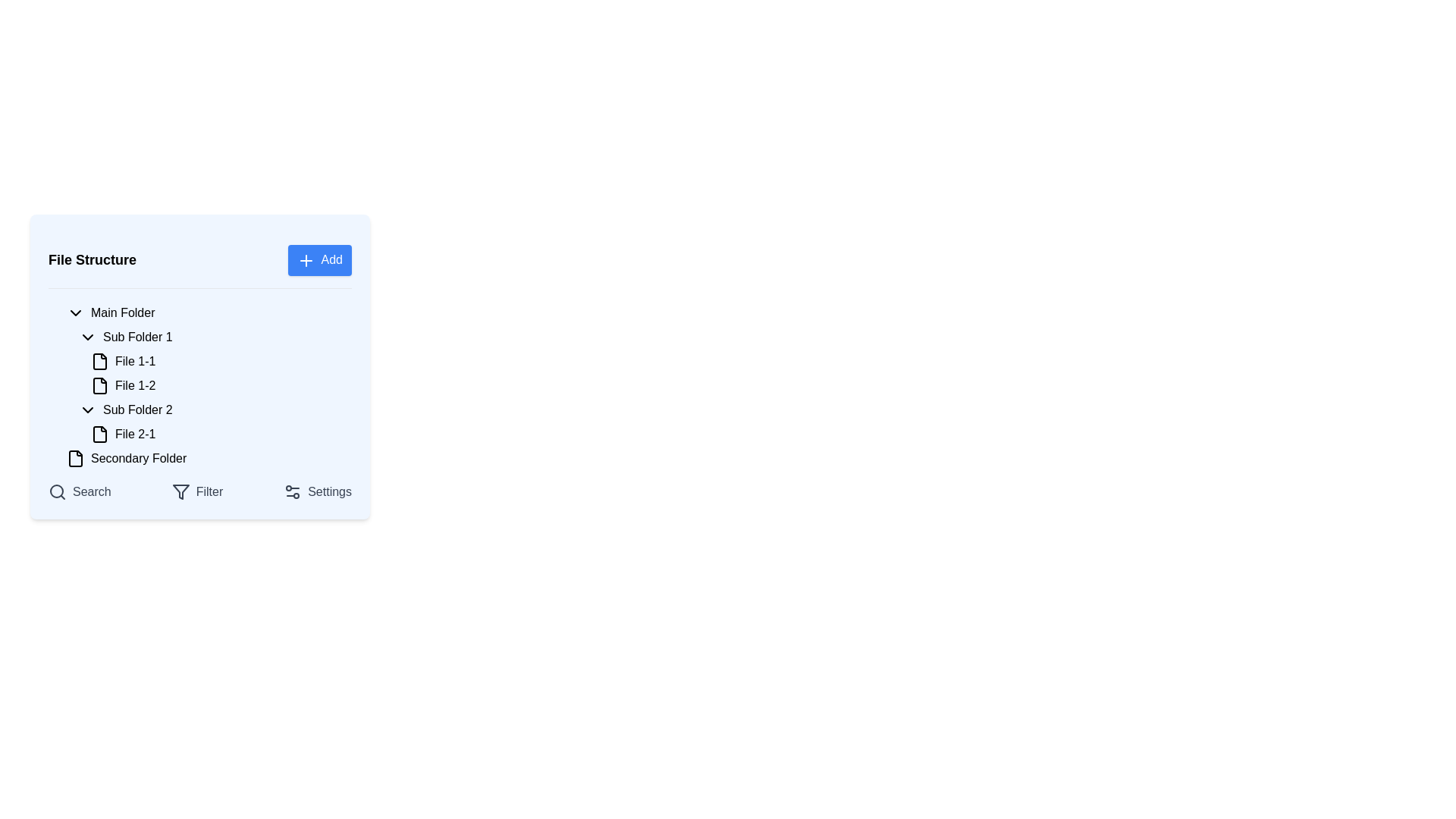 The width and height of the screenshot is (1456, 819). What do you see at coordinates (99, 433) in the screenshot?
I see `the file icon associated with 'File 2-1' located in the 'Sub Folder 2' section of the 'File Structure' hierarchy widget` at bounding box center [99, 433].